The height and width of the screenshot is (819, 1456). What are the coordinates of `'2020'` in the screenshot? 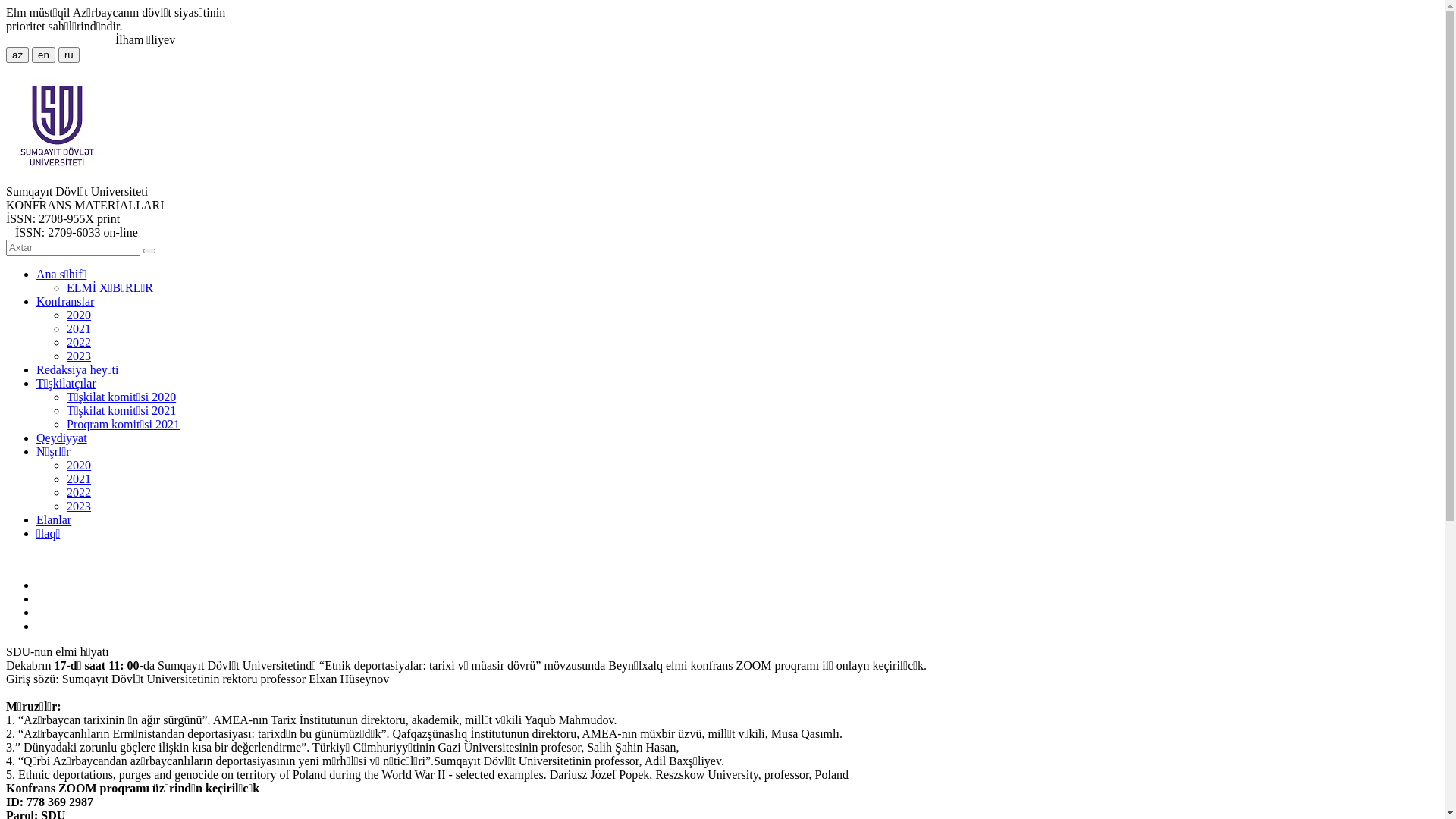 It's located at (78, 314).